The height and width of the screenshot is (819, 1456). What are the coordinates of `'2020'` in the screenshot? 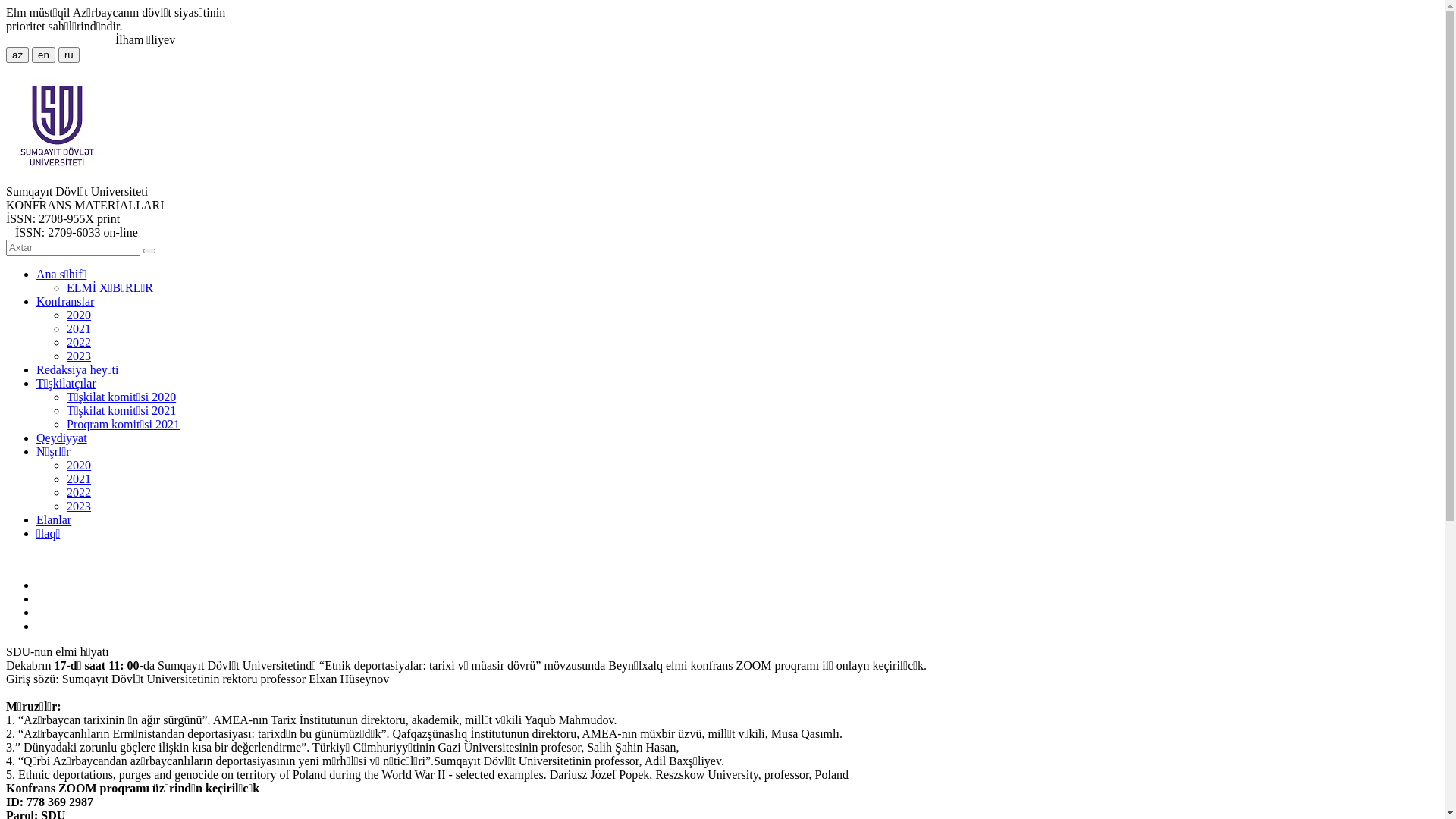 It's located at (78, 314).